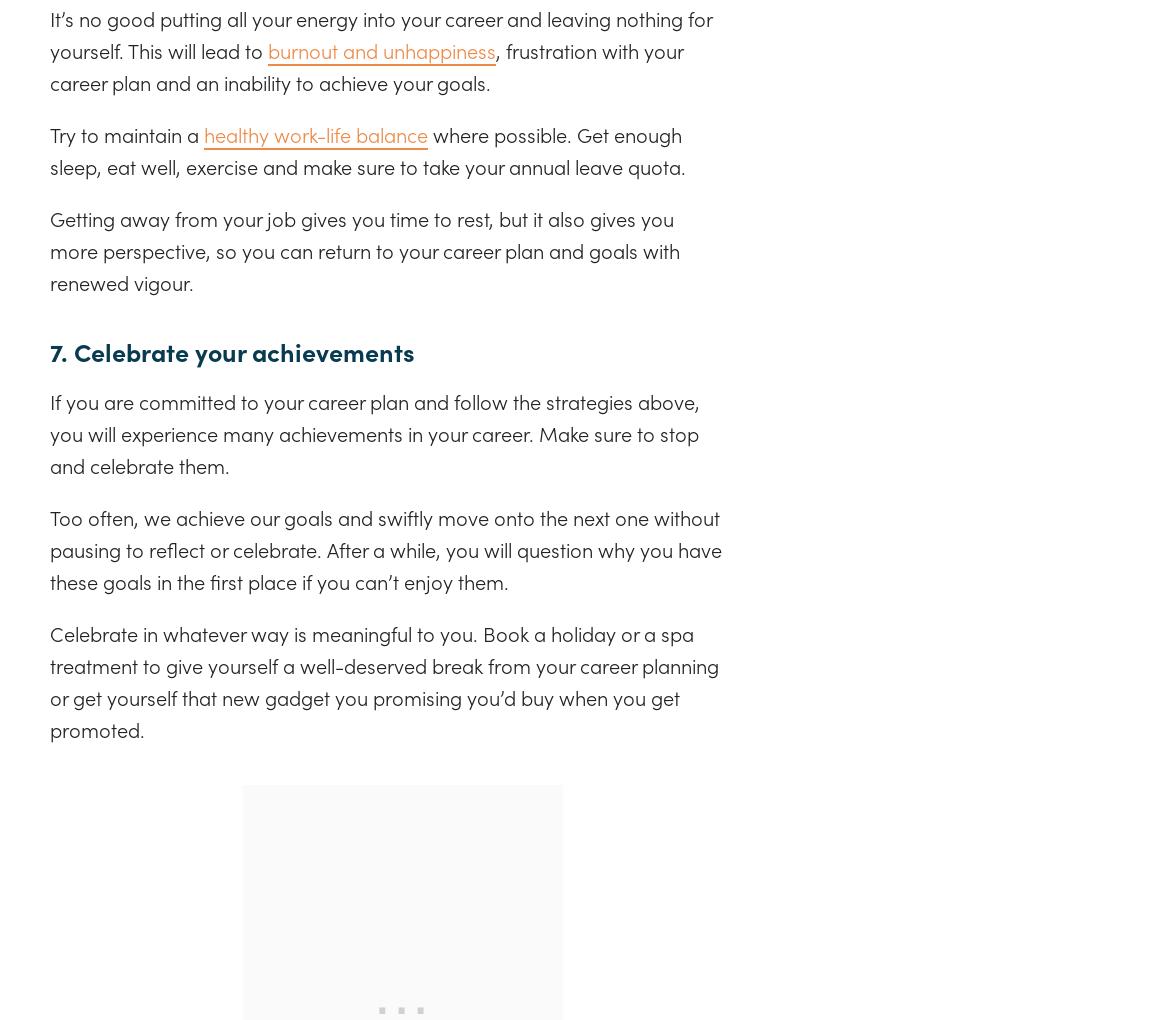 This screenshot has height=1020, width=1150. I want to click on 'If you are committed to your career plan and follow the strategies above, you will experience many achievements in your career. Make sure to stop and celebrate them.', so click(375, 430).